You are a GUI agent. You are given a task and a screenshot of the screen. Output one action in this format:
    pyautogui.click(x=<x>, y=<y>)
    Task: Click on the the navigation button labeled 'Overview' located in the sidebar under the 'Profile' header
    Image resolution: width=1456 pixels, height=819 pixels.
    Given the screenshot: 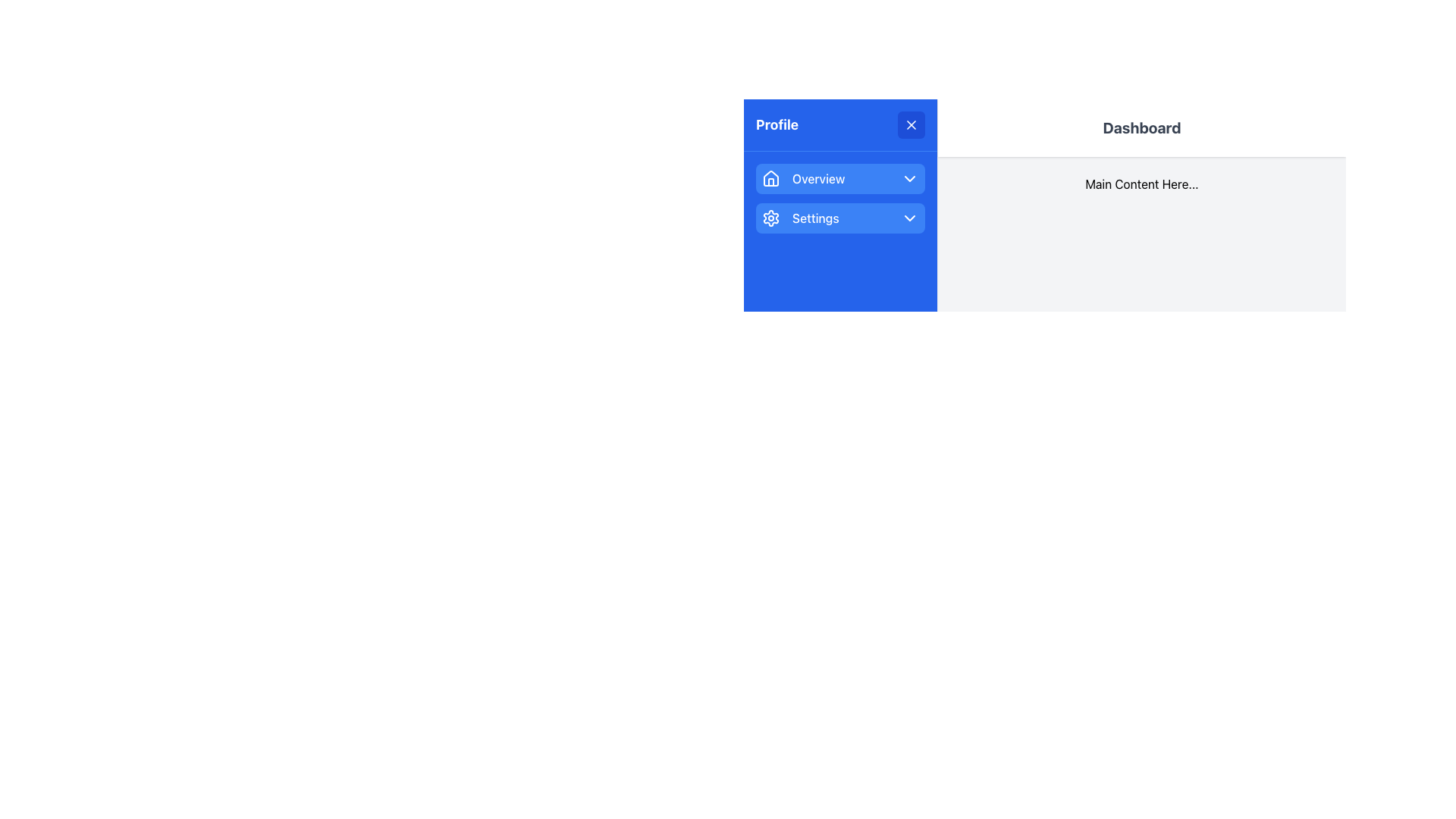 What is the action you would take?
    pyautogui.click(x=839, y=177)
    